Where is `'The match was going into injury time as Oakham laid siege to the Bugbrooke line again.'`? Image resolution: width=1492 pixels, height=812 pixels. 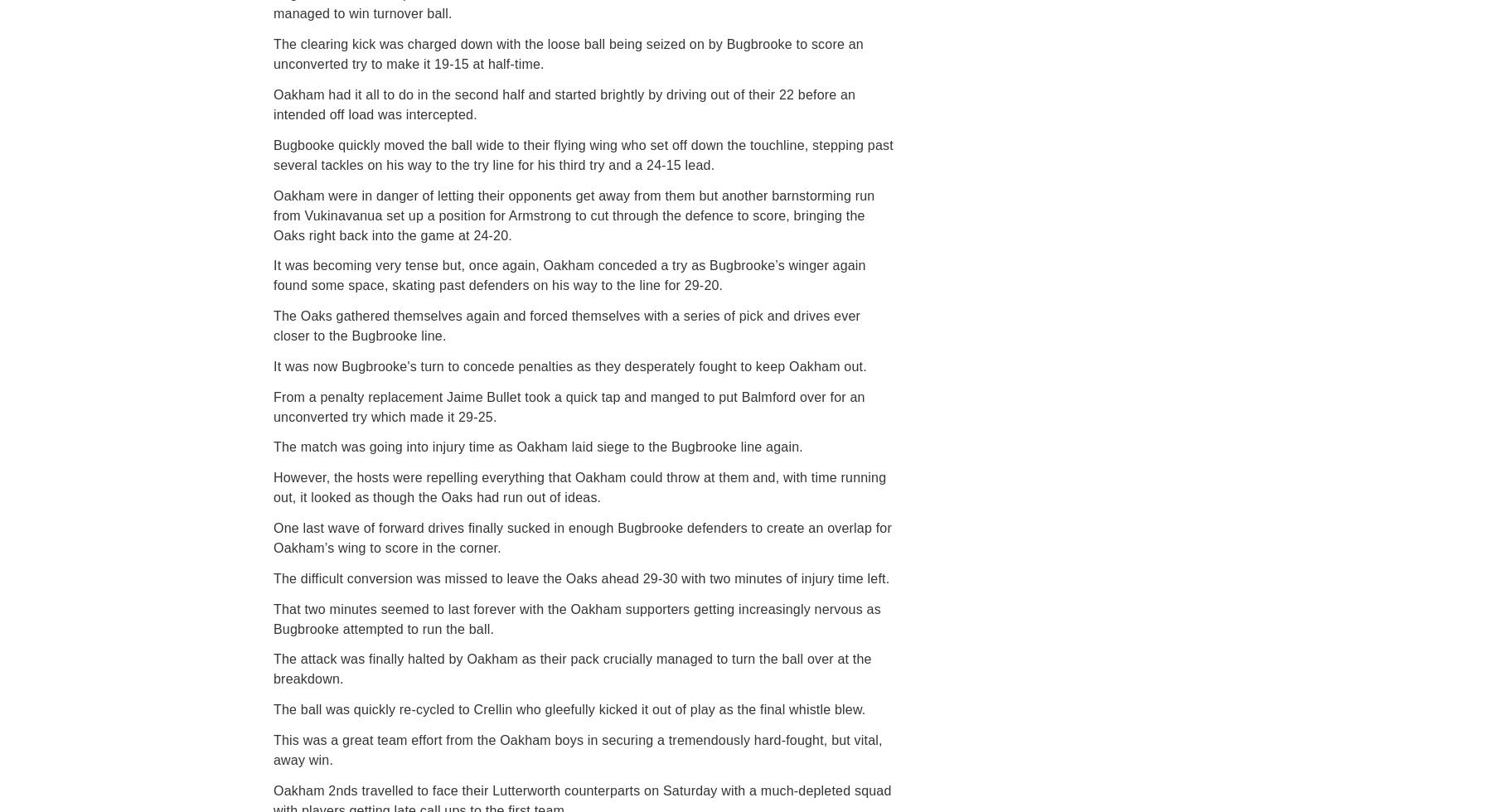
'The match was going into injury time as Oakham laid siege to the Bugbrooke line again.' is located at coordinates (538, 447).